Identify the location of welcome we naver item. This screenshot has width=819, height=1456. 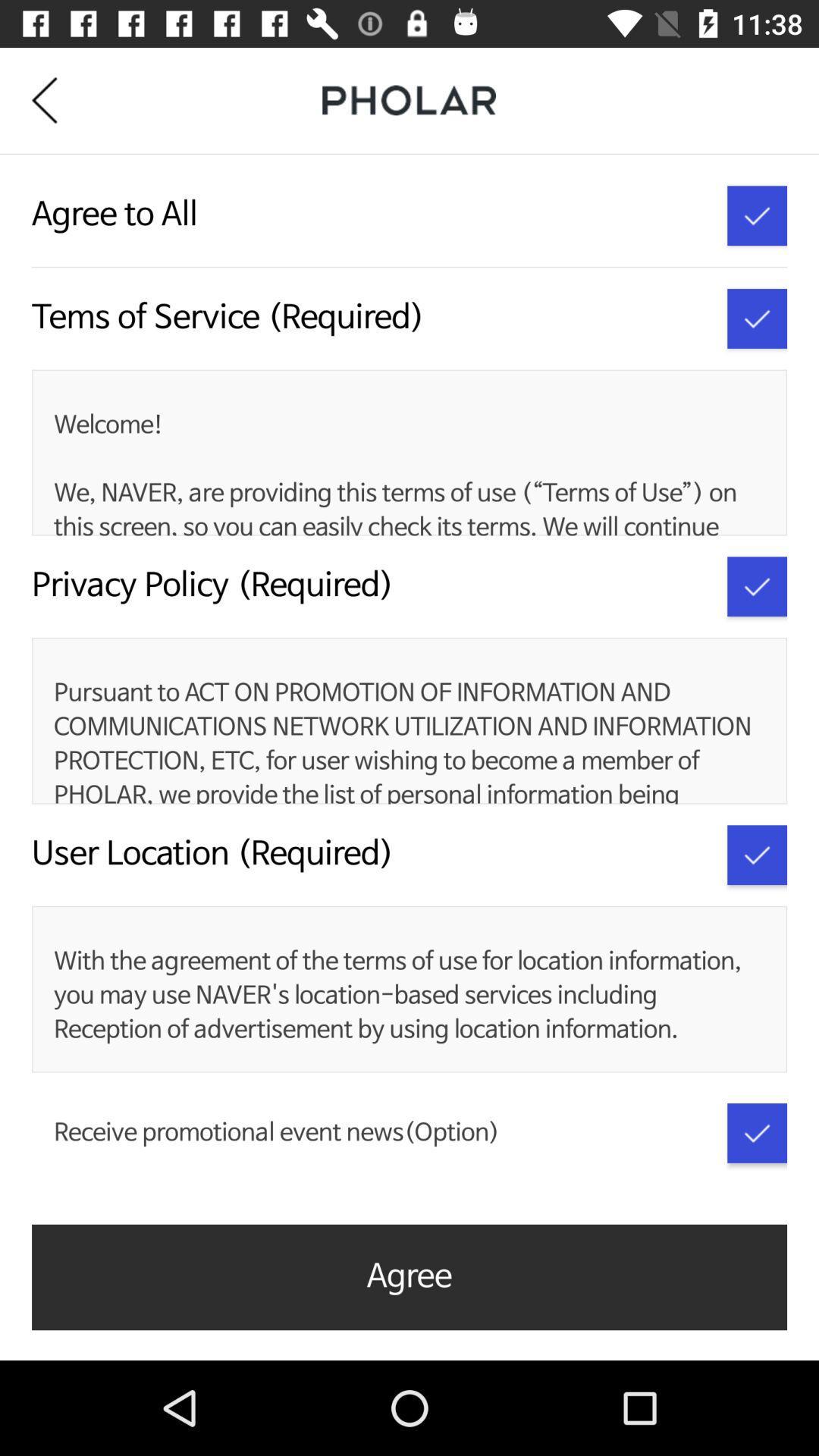
(405, 472).